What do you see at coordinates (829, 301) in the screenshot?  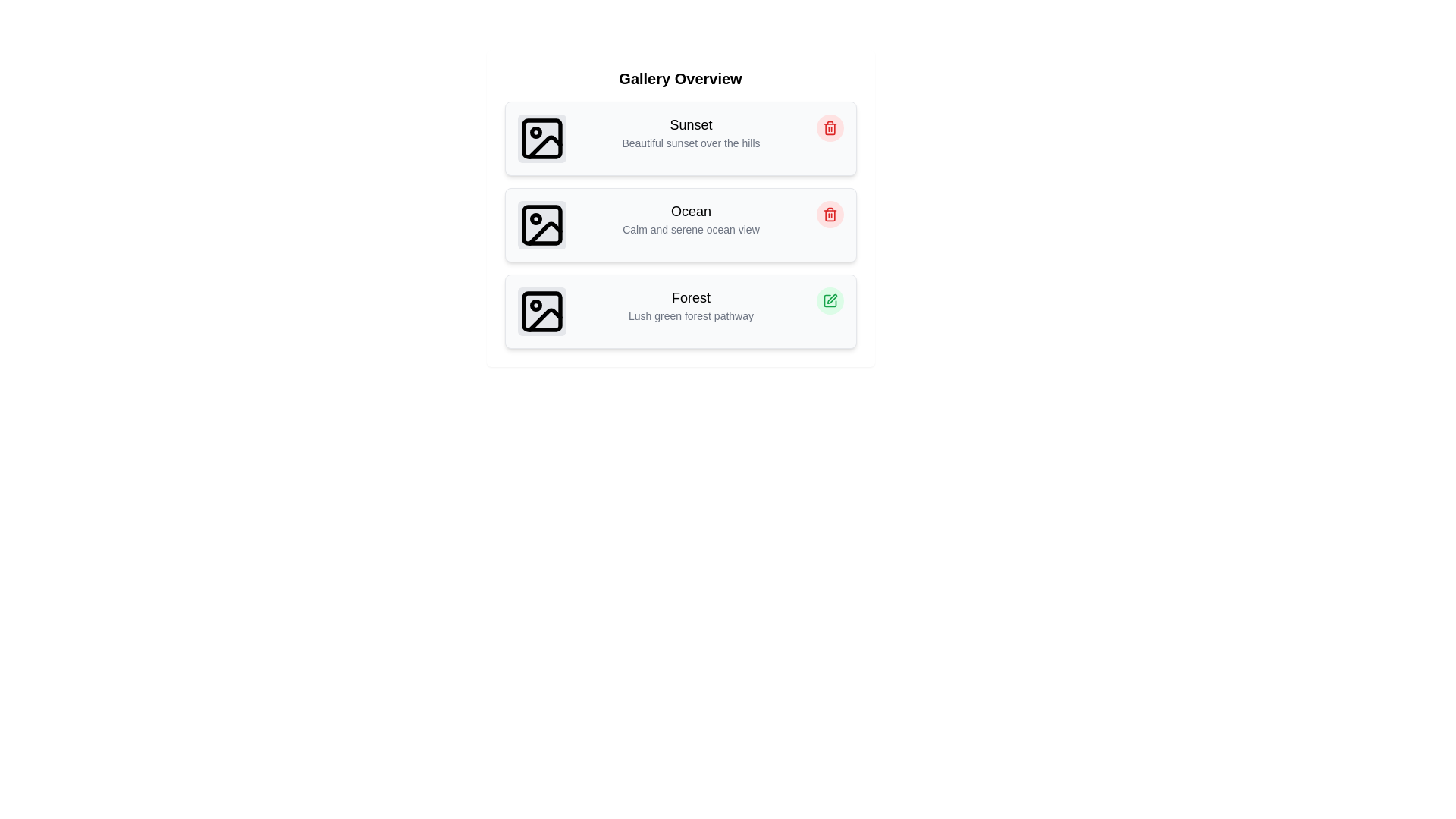 I see `the state indicator of the item Forest` at bounding box center [829, 301].